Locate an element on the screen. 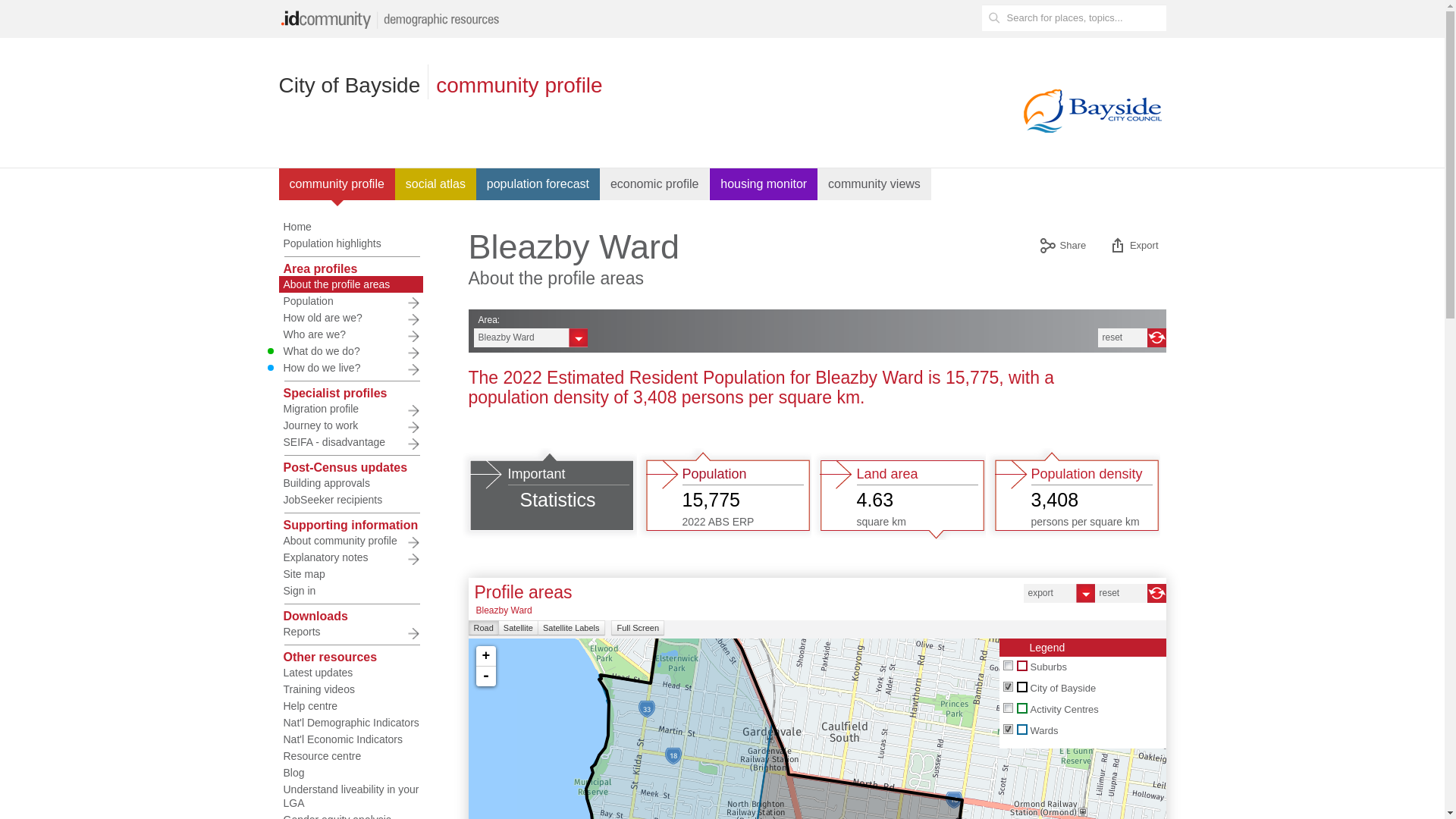 The width and height of the screenshot is (1456, 819). 'Nat'l Demographic Indicators' is located at coordinates (350, 721).